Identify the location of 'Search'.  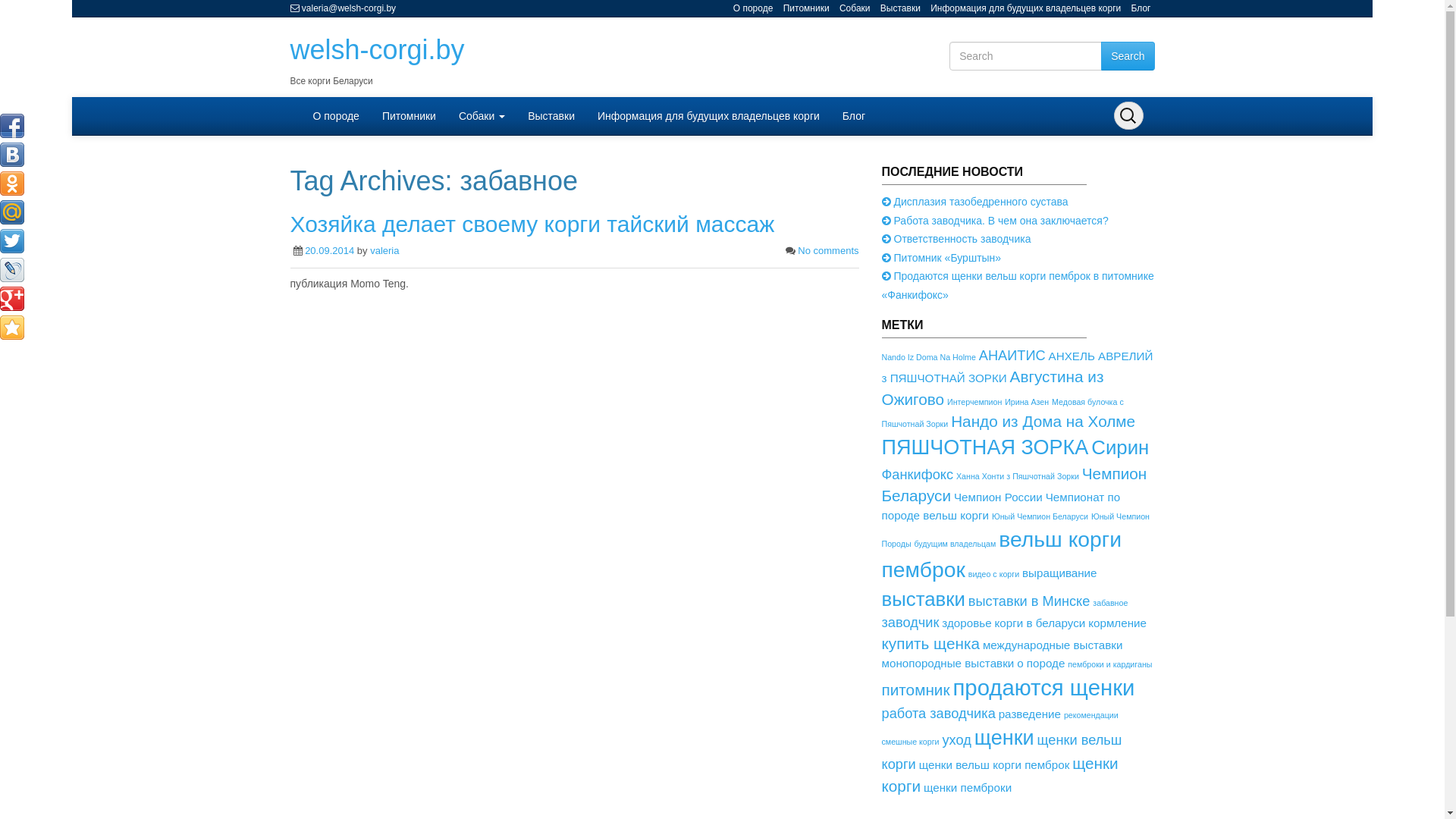
(1128, 55).